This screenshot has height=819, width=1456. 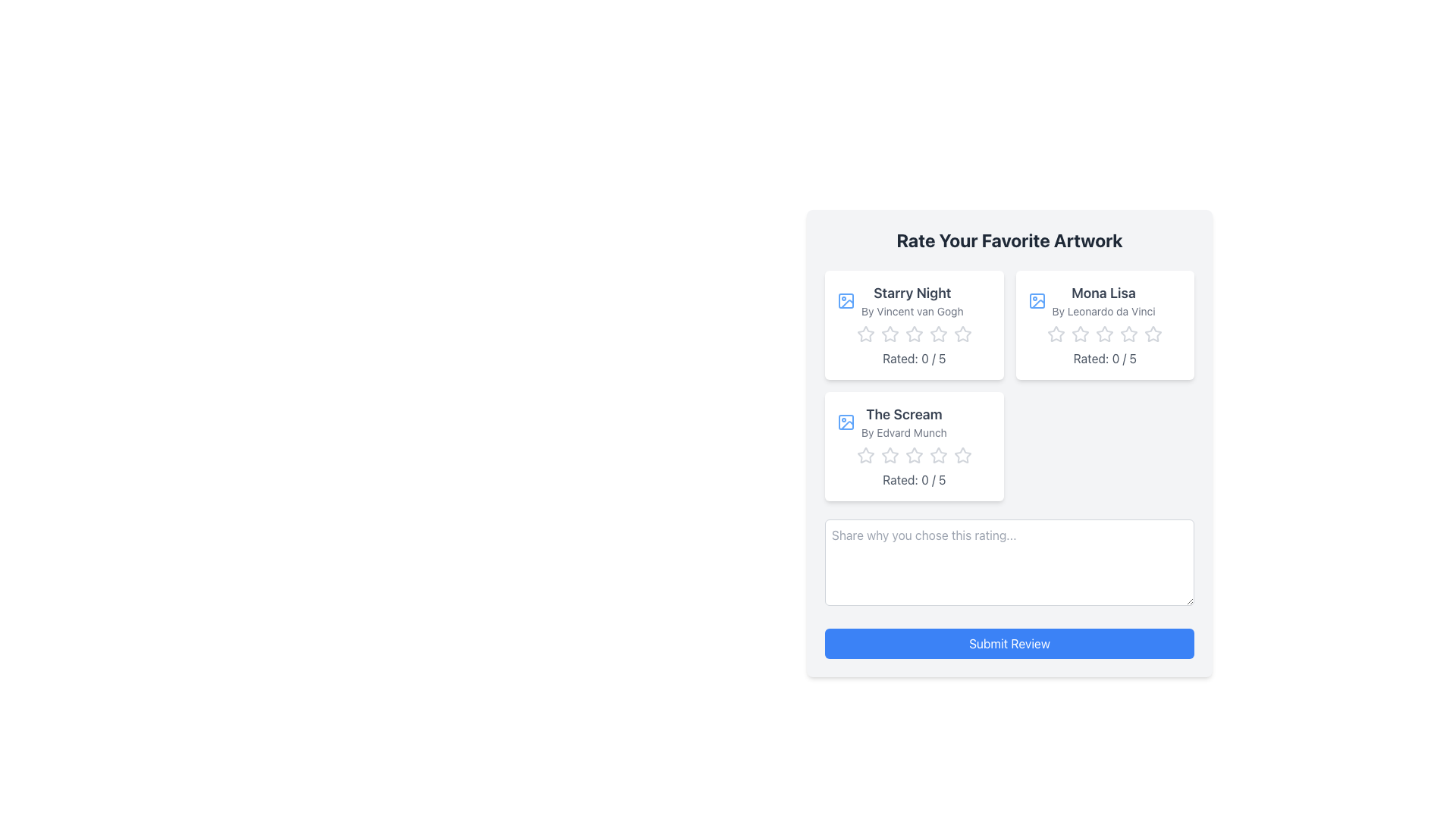 What do you see at coordinates (1080, 332) in the screenshot?
I see `the first star in the horizontal row of stars to give a 1-star rating to the 'Mona Lisa' artwork` at bounding box center [1080, 332].